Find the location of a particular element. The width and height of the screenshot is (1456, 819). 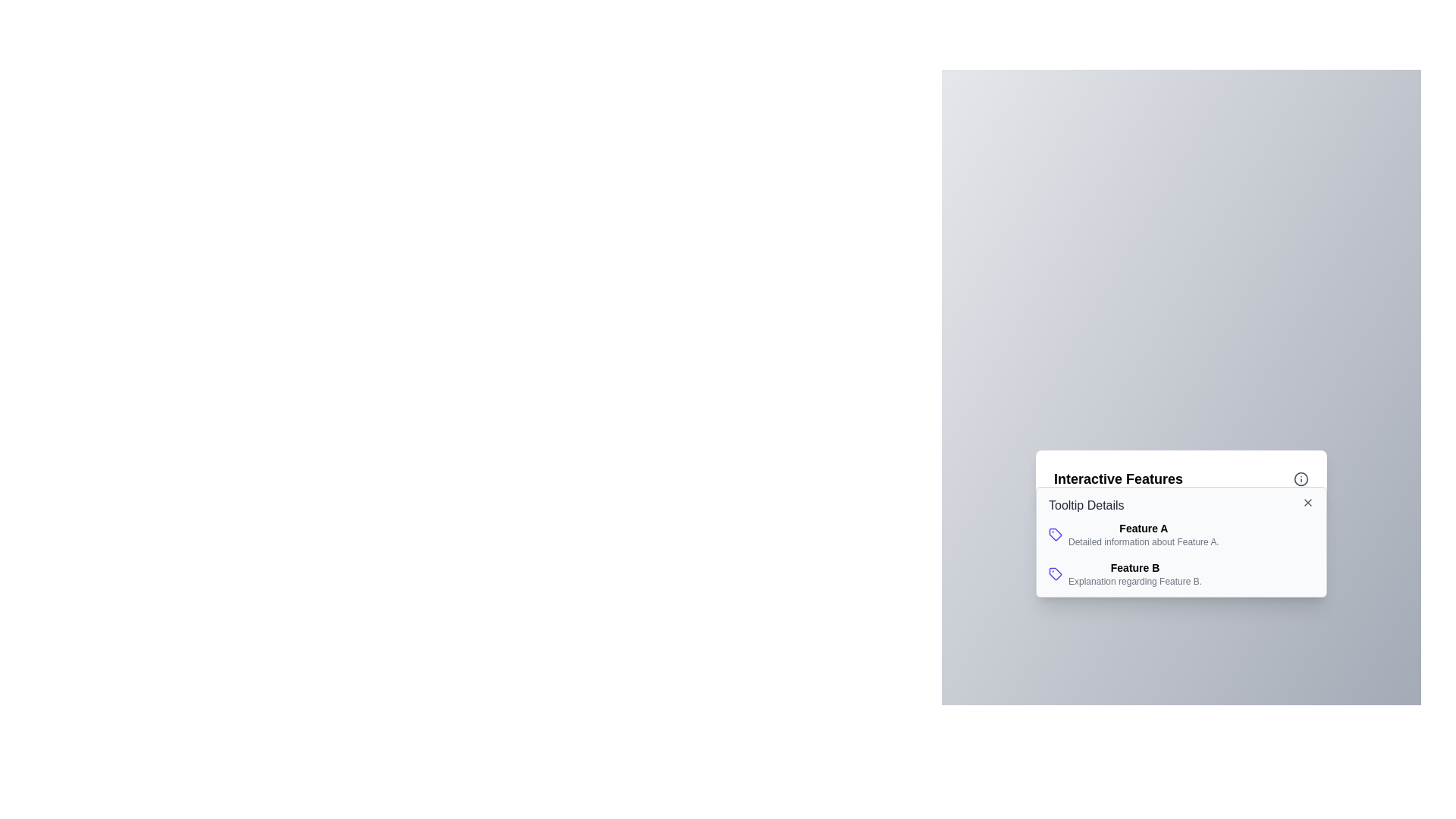

the Text display component that shows 'Feature A' in bold above 'Detailed information about Feature A.' is located at coordinates (1144, 534).